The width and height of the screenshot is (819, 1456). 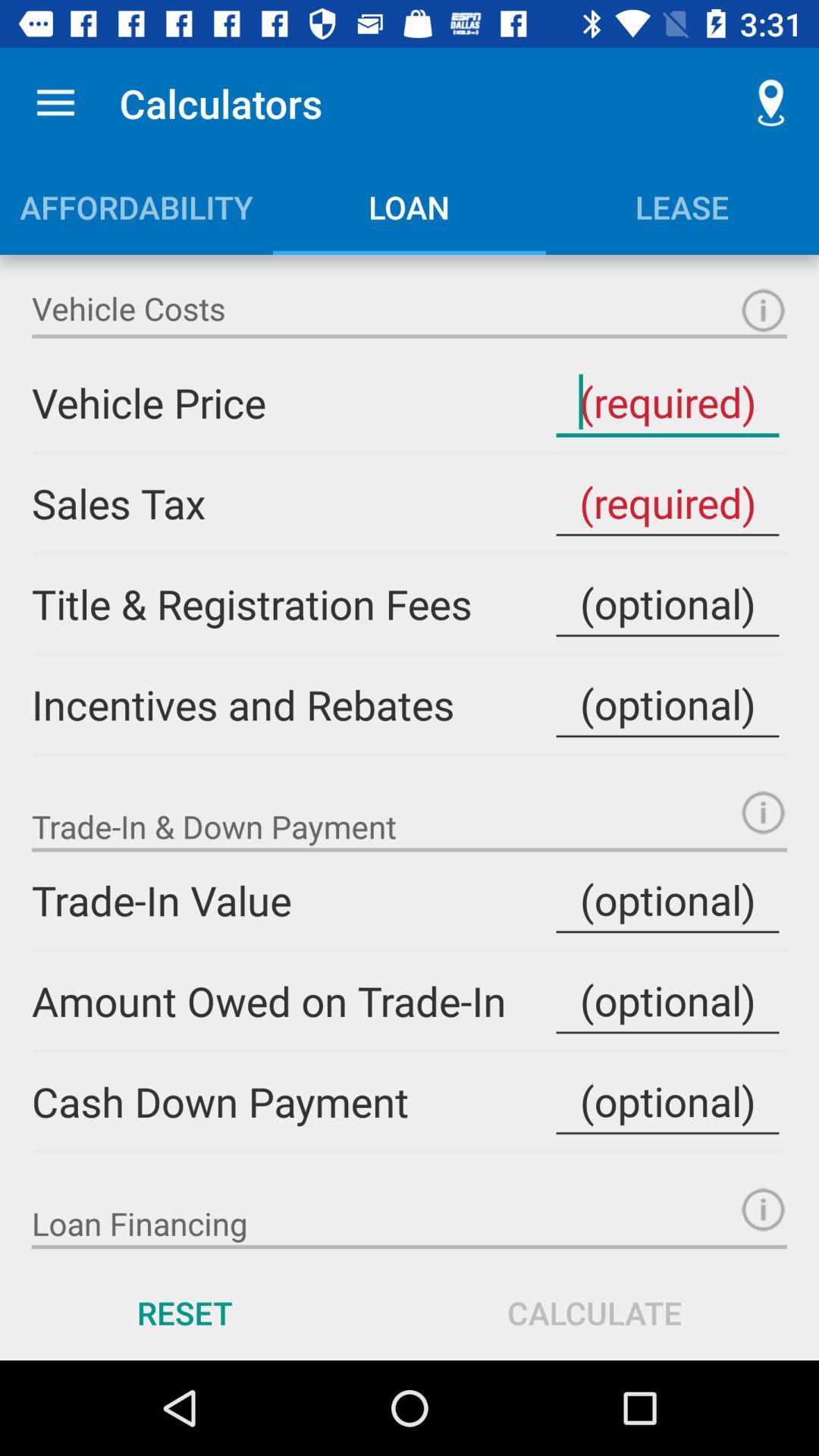 What do you see at coordinates (763, 1209) in the screenshot?
I see `the info icon` at bounding box center [763, 1209].